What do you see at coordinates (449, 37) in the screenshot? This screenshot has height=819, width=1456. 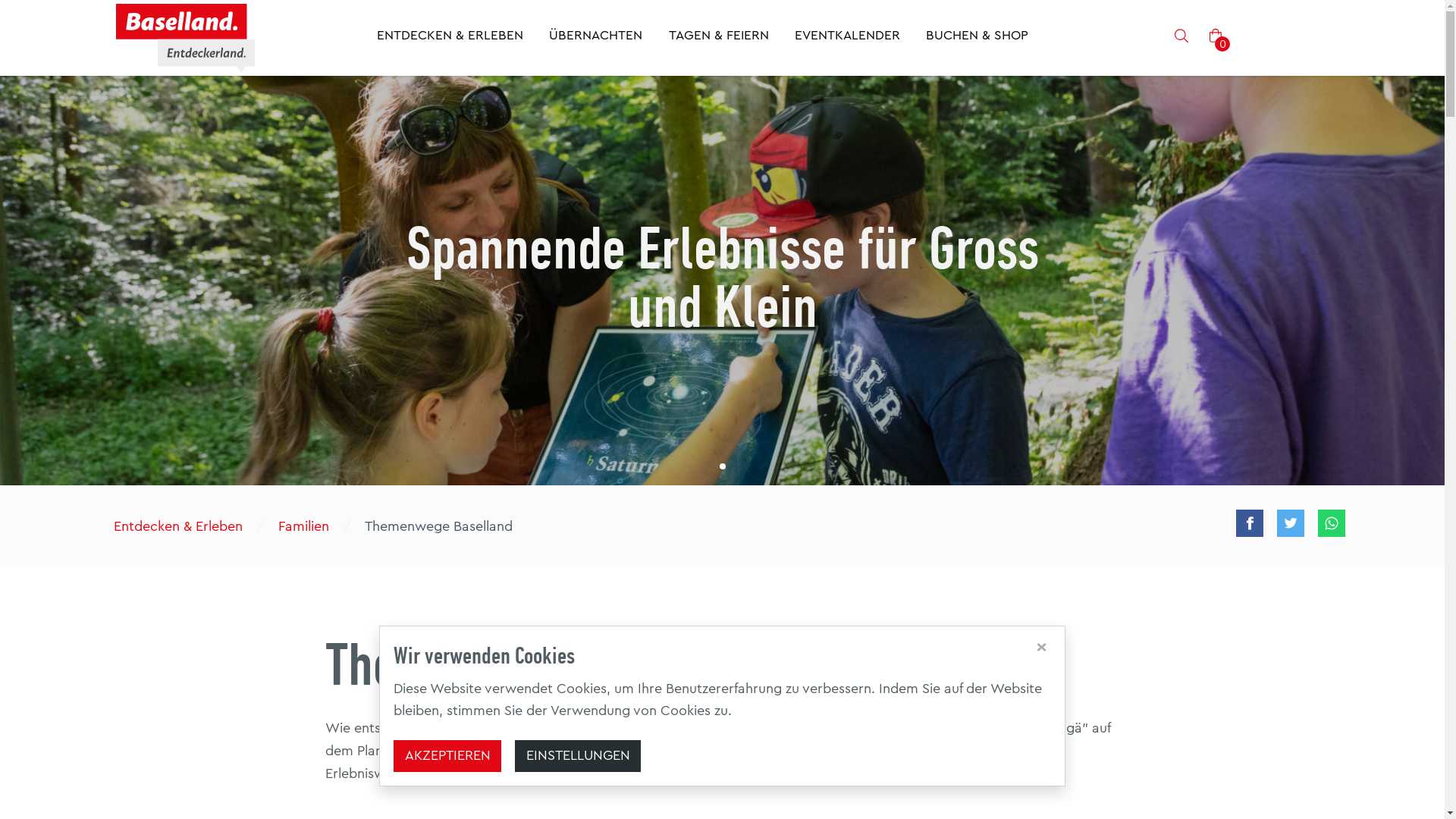 I see `'ENTDECKEN & ERLEBEN'` at bounding box center [449, 37].